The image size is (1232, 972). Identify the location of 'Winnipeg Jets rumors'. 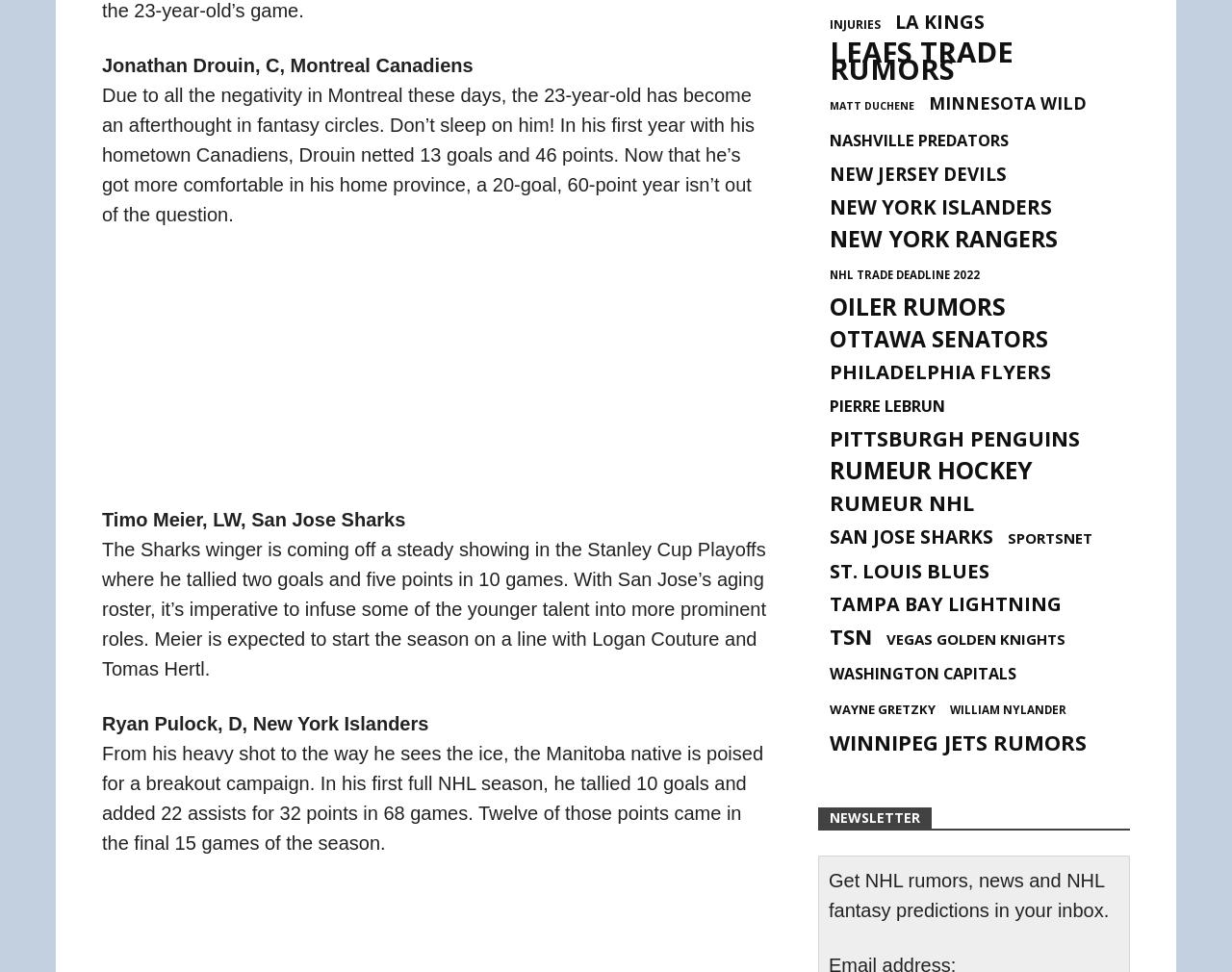
(829, 742).